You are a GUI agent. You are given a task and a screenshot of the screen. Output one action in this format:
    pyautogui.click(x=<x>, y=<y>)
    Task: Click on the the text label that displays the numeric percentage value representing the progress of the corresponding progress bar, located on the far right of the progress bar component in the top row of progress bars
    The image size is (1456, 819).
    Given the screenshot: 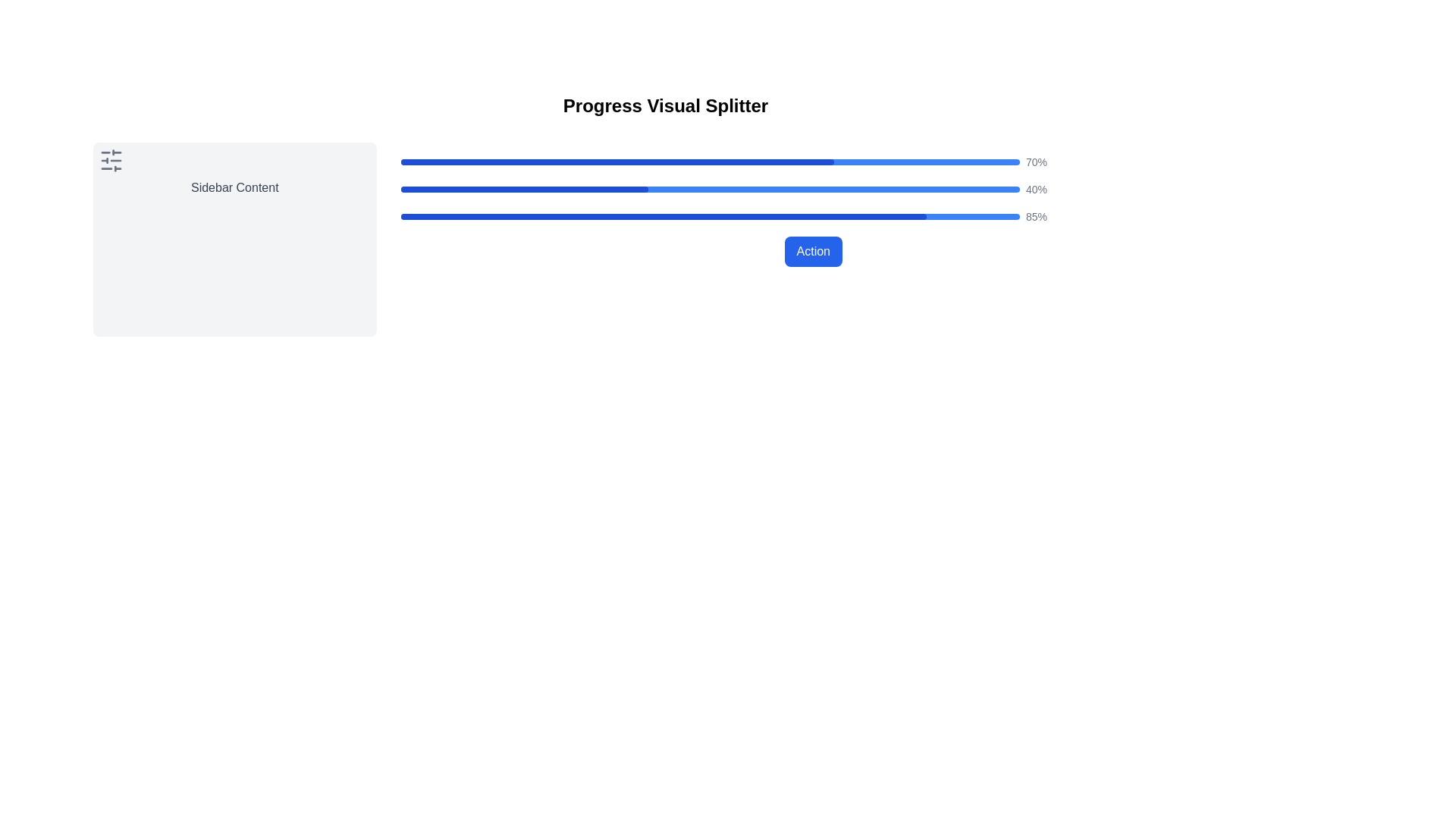 What is the action you would take?
    pyautogui.click(x=1035, y=162)
    